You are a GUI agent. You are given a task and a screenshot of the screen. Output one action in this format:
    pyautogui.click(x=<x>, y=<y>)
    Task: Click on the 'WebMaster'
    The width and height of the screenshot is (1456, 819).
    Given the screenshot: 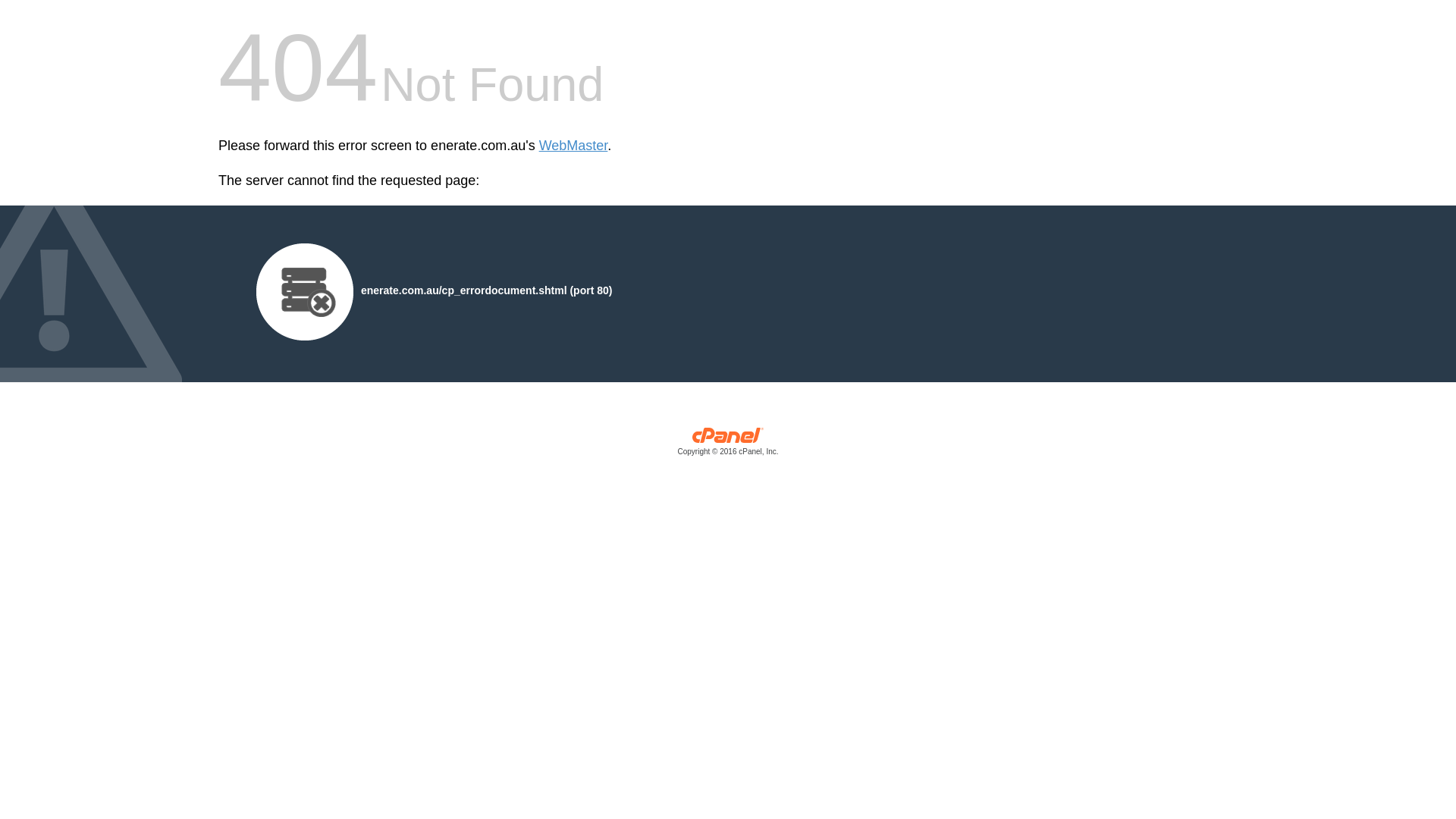 What is the action you would take?
    pyautogui.click(x=573, y=146)
    